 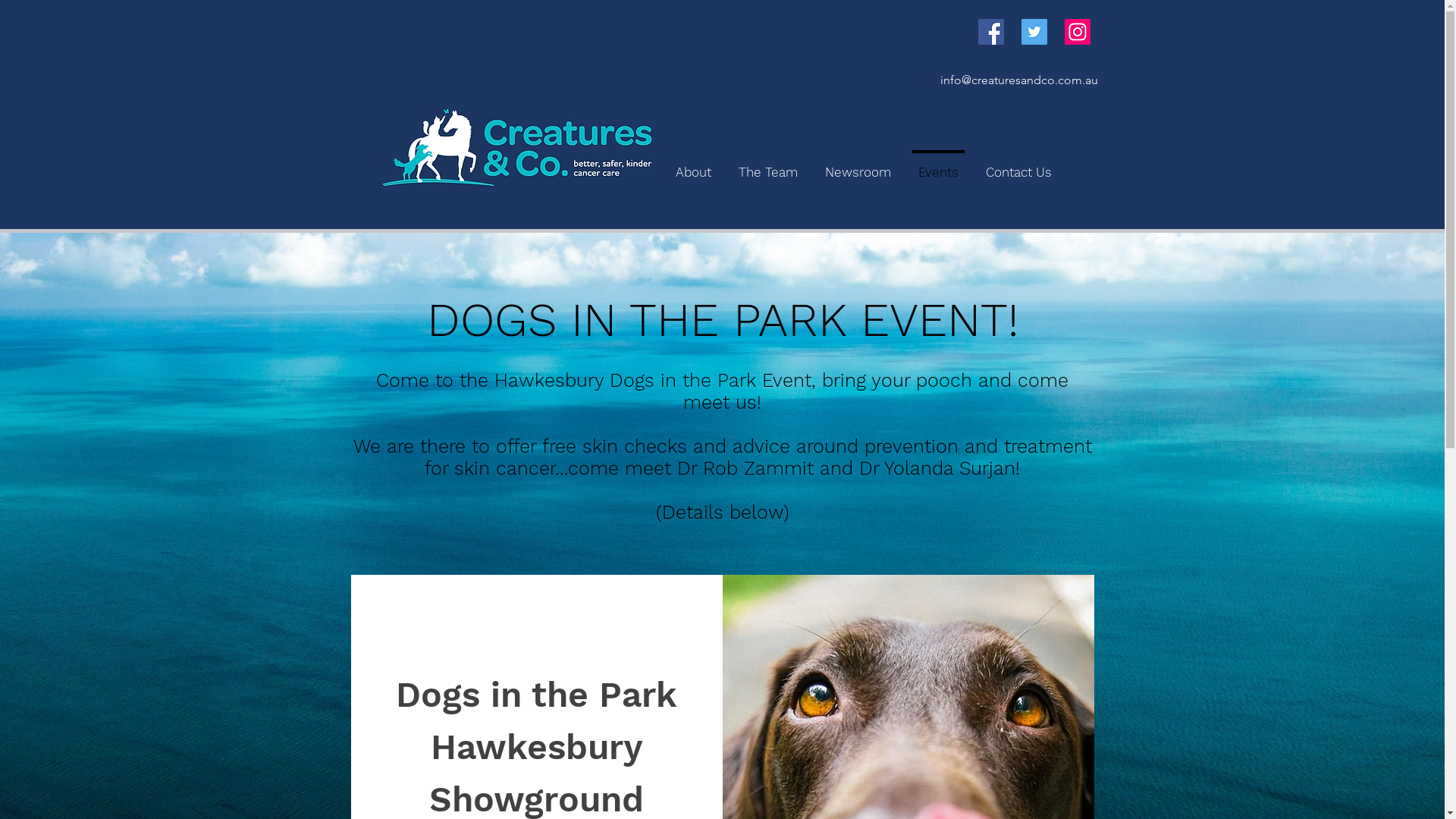 I want to click on 'Contact Us', so click(x=1018, y=165).